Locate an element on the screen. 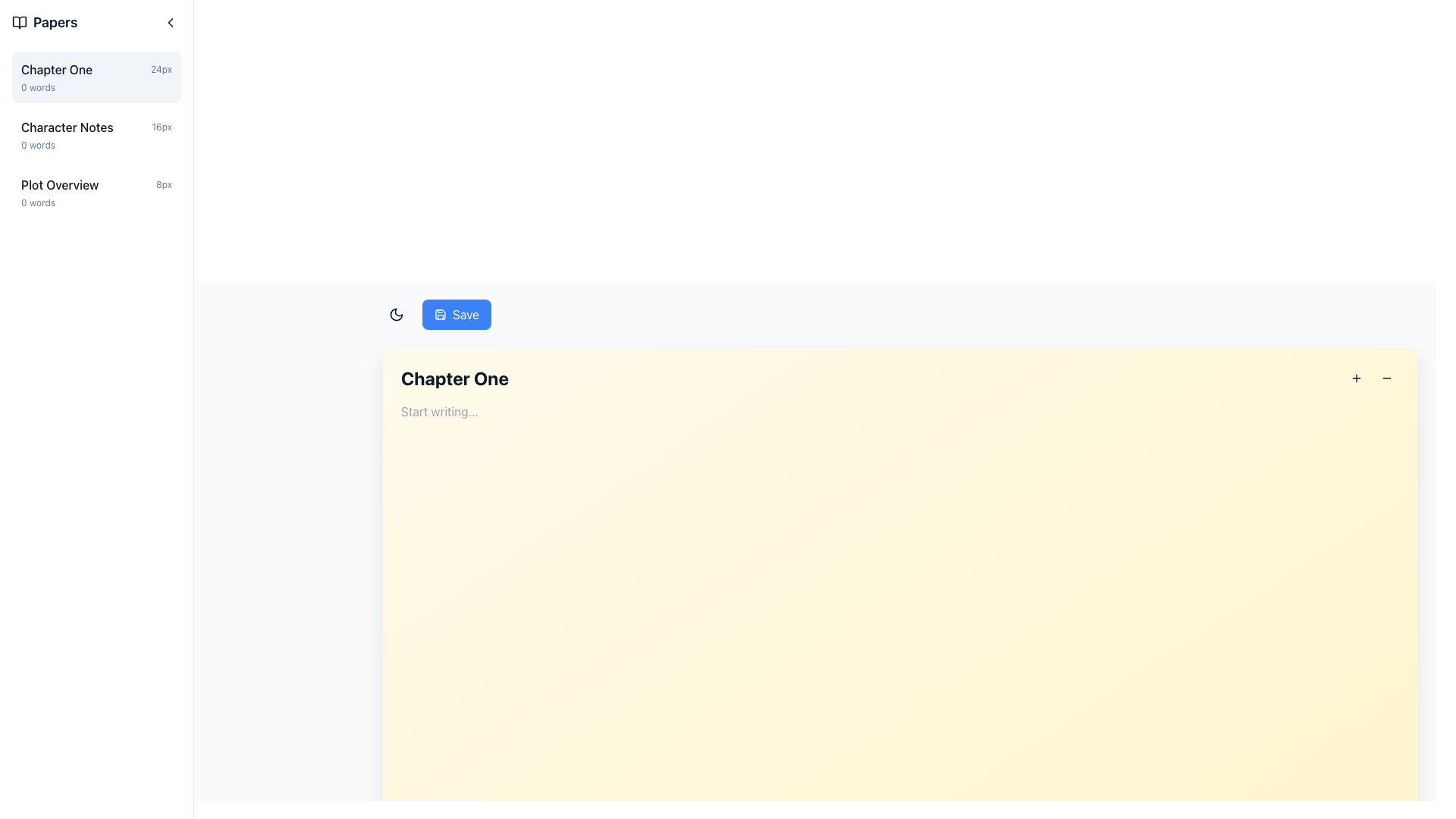  the 'Save' button is located at coordinates (436, 314).